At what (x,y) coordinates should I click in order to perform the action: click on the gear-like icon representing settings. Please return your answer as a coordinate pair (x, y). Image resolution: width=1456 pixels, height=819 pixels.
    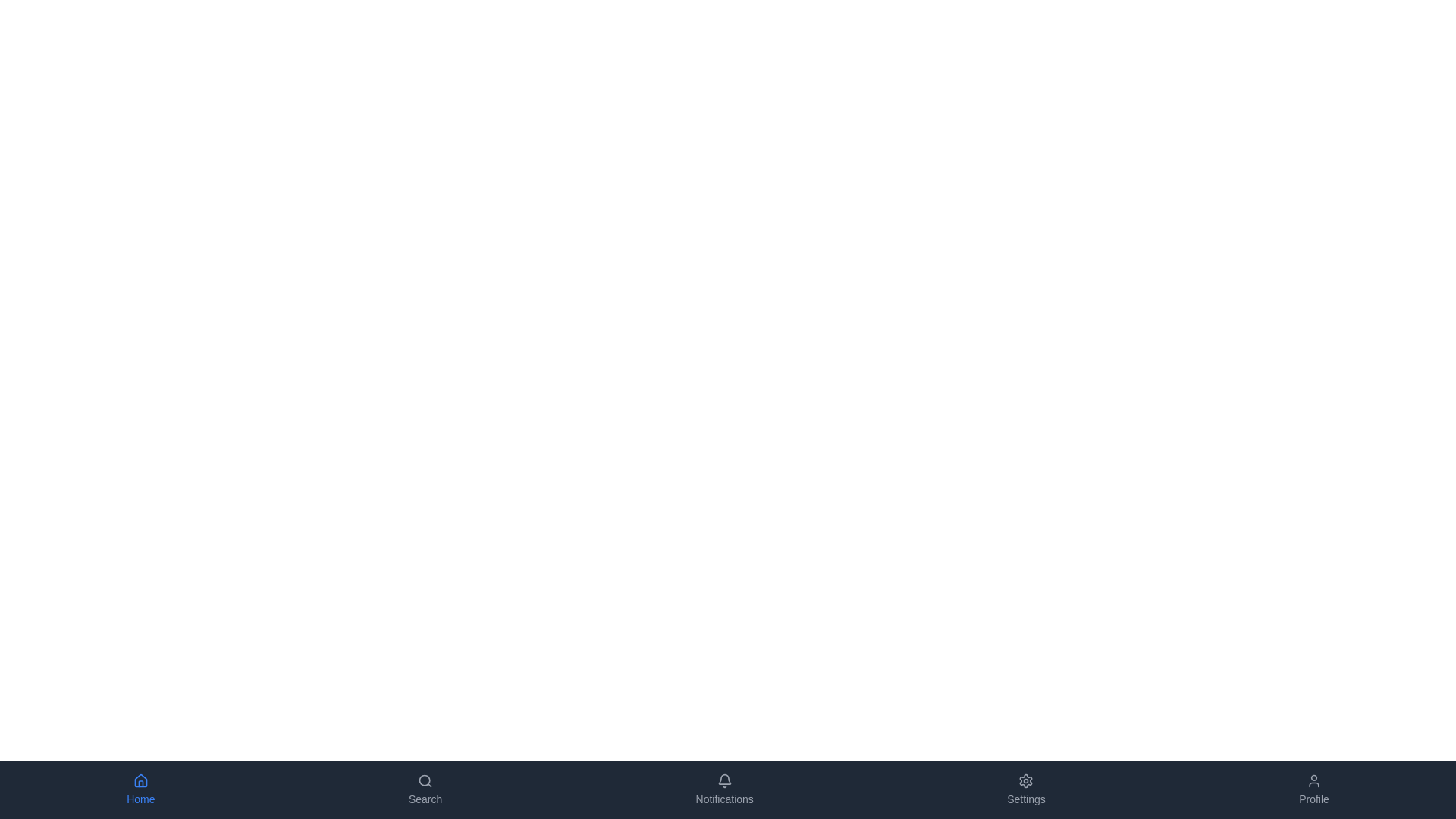
    Looking at the image, I should click on (1026, 780).